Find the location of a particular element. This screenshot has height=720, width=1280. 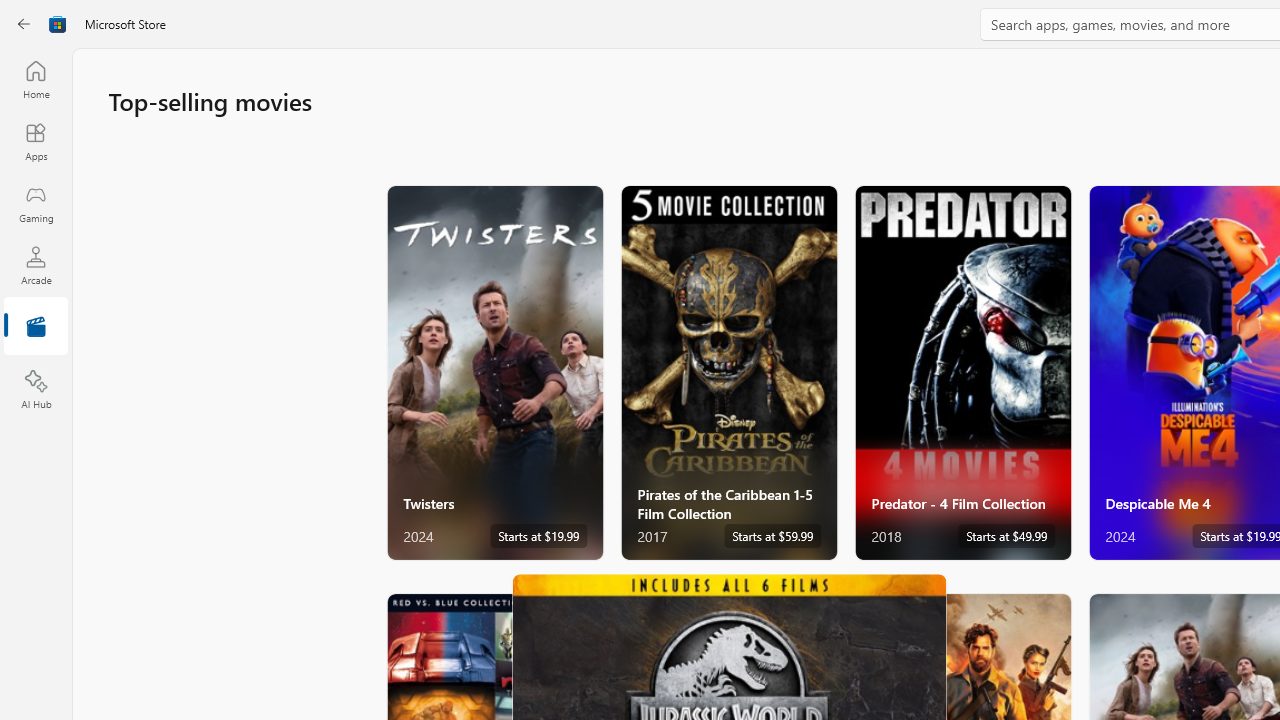

'Gaming' is located at coordinates (35, 203).